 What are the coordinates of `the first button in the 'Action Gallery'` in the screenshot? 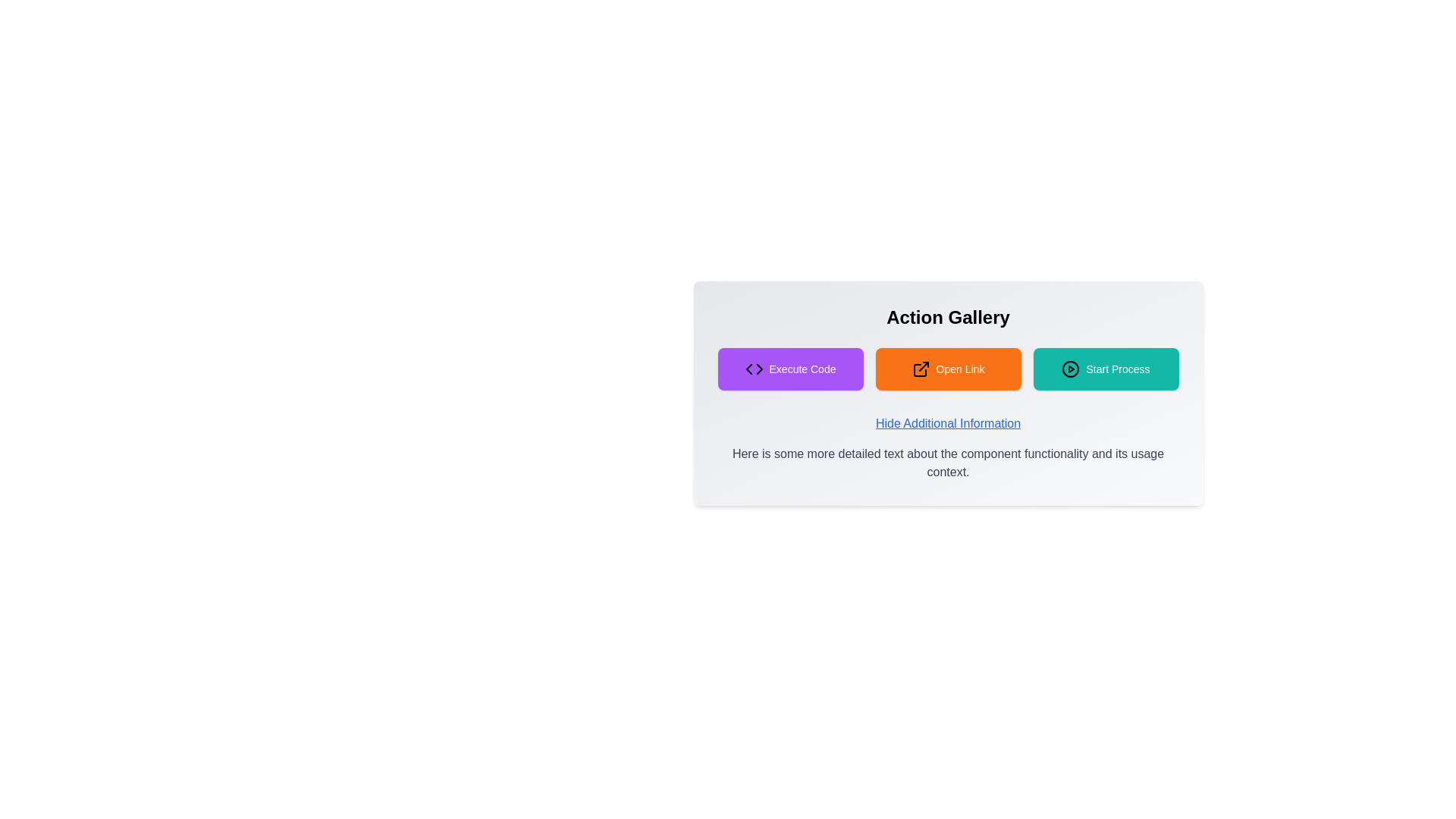 It's located at (789, 369).